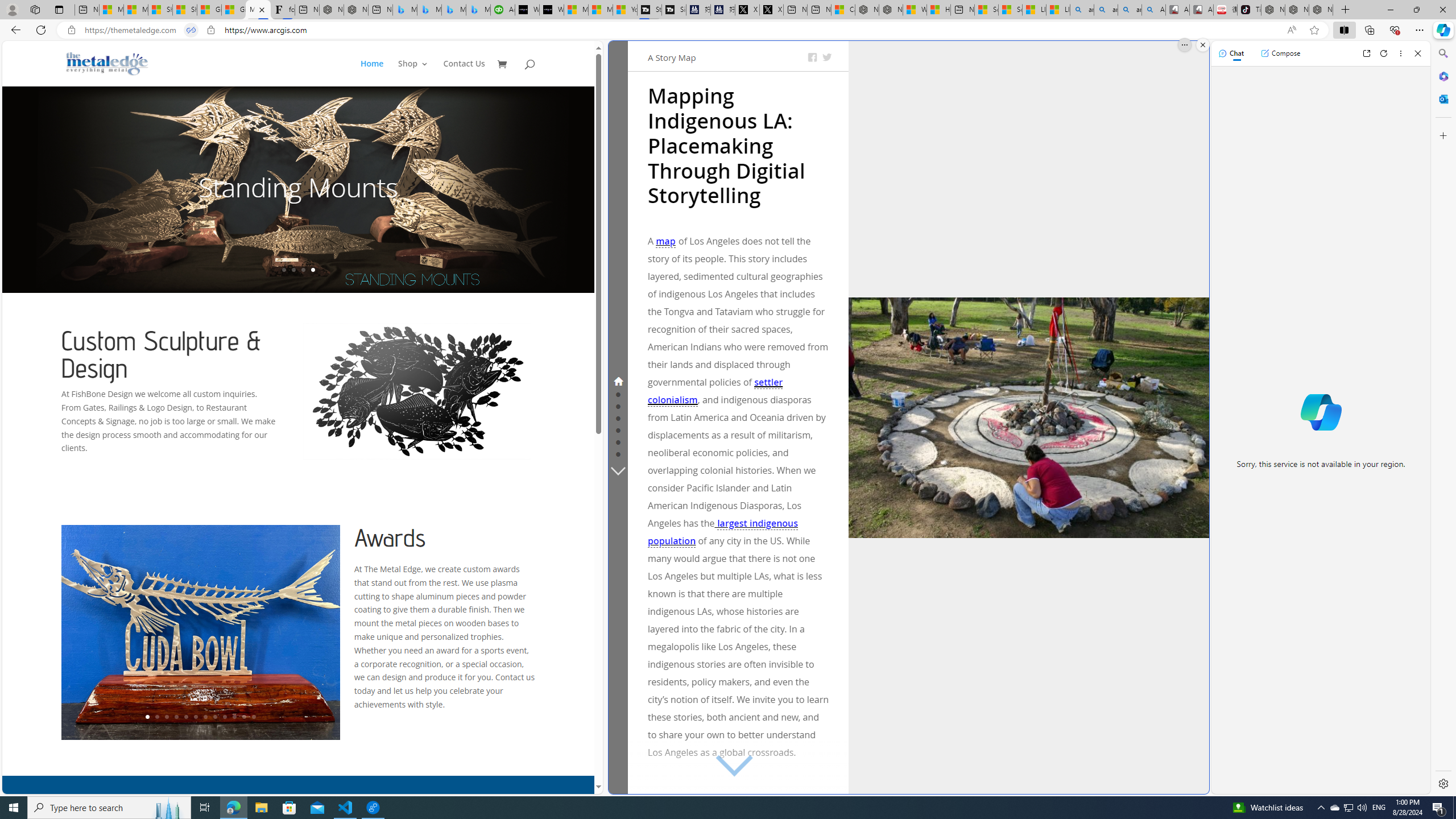 This screenshot has height=819, width=1456. I want to click on 'amazon - Search Images', so click(1129, 9).